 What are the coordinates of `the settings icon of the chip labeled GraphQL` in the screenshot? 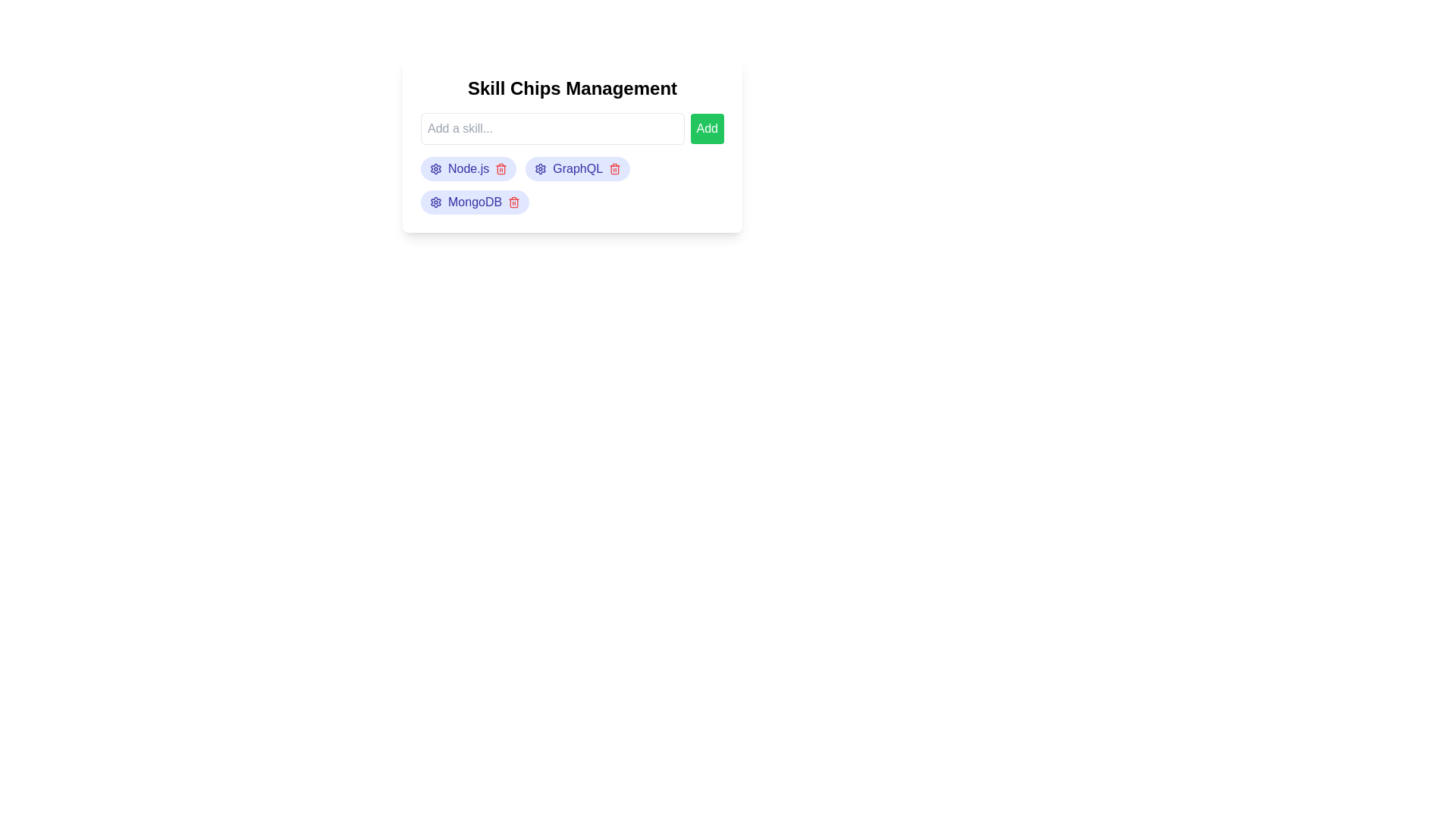 It's located at (541, 169).